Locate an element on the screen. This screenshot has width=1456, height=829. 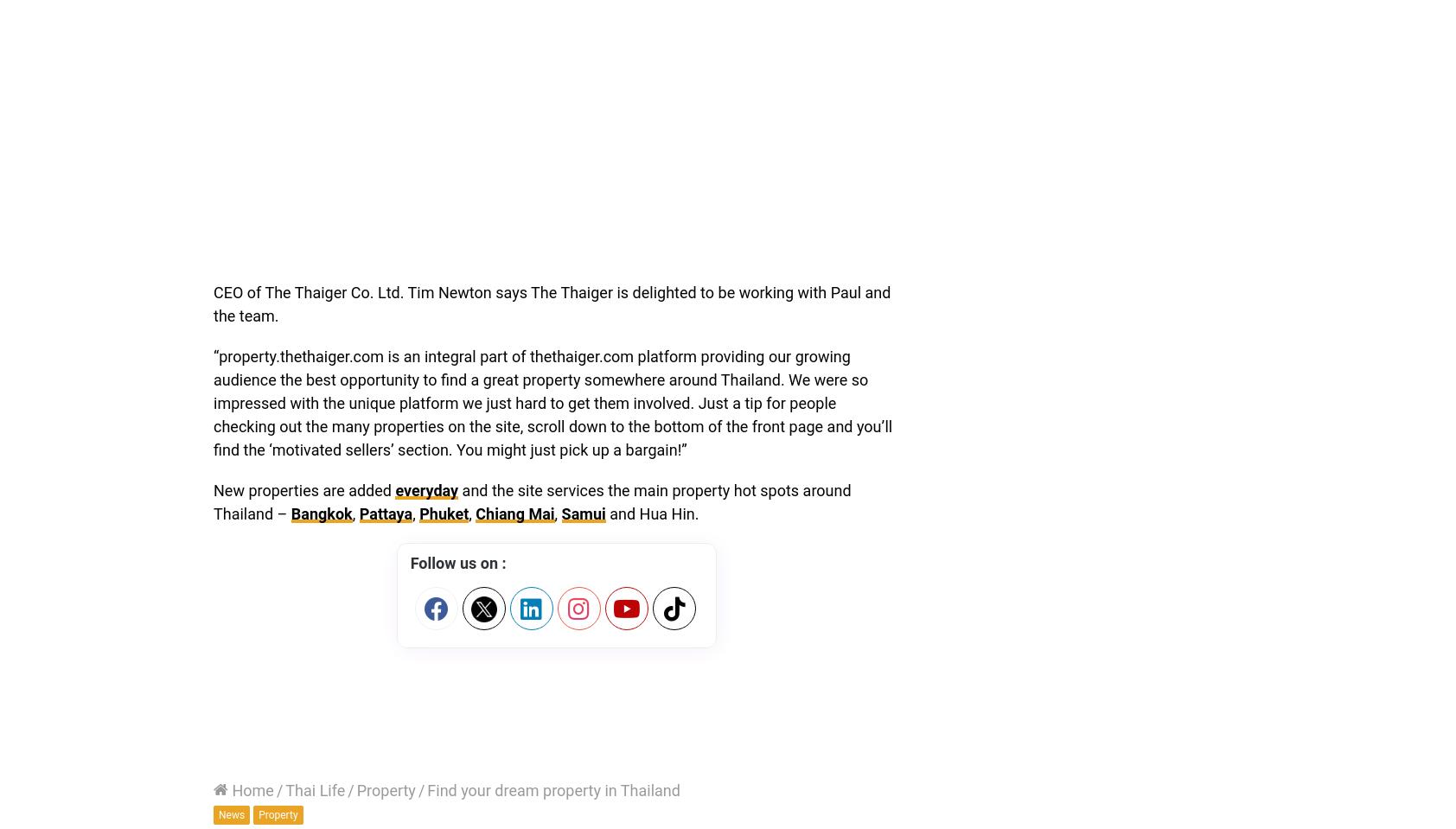
'Home' is located at coordinates (250, 789).